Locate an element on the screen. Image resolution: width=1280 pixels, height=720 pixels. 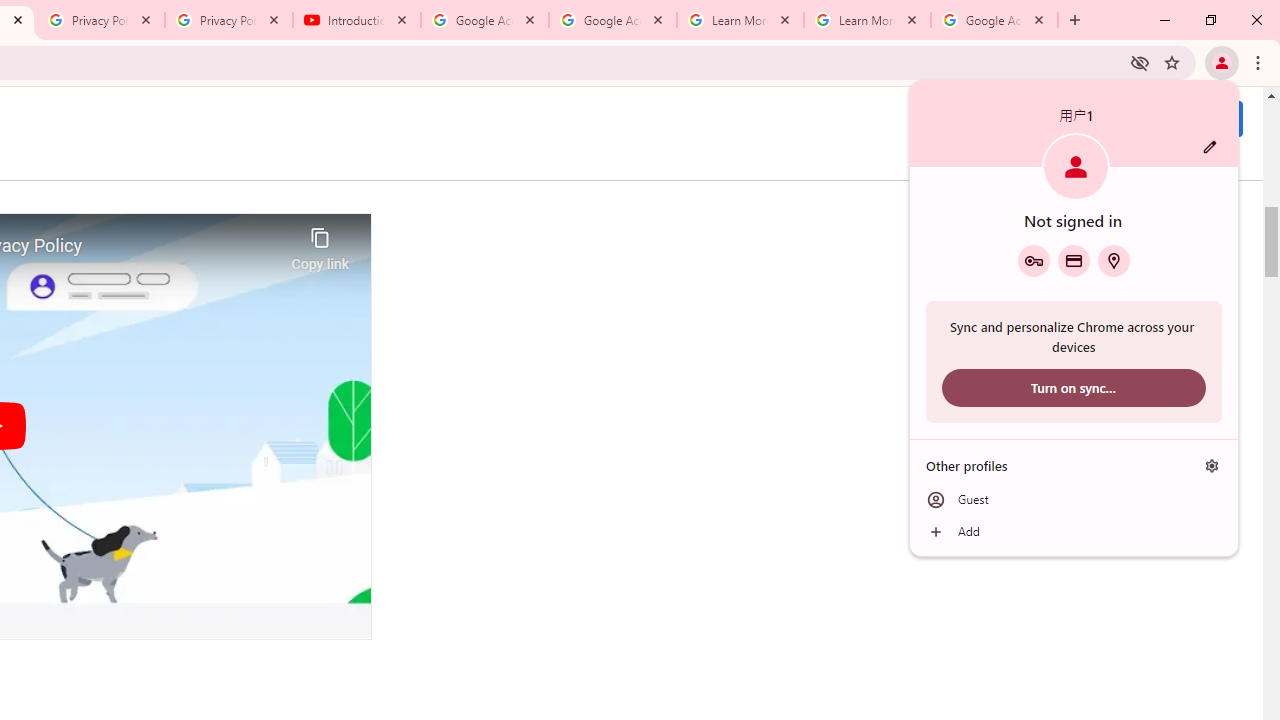
'Google Account' is located at coordinates (994, 20).